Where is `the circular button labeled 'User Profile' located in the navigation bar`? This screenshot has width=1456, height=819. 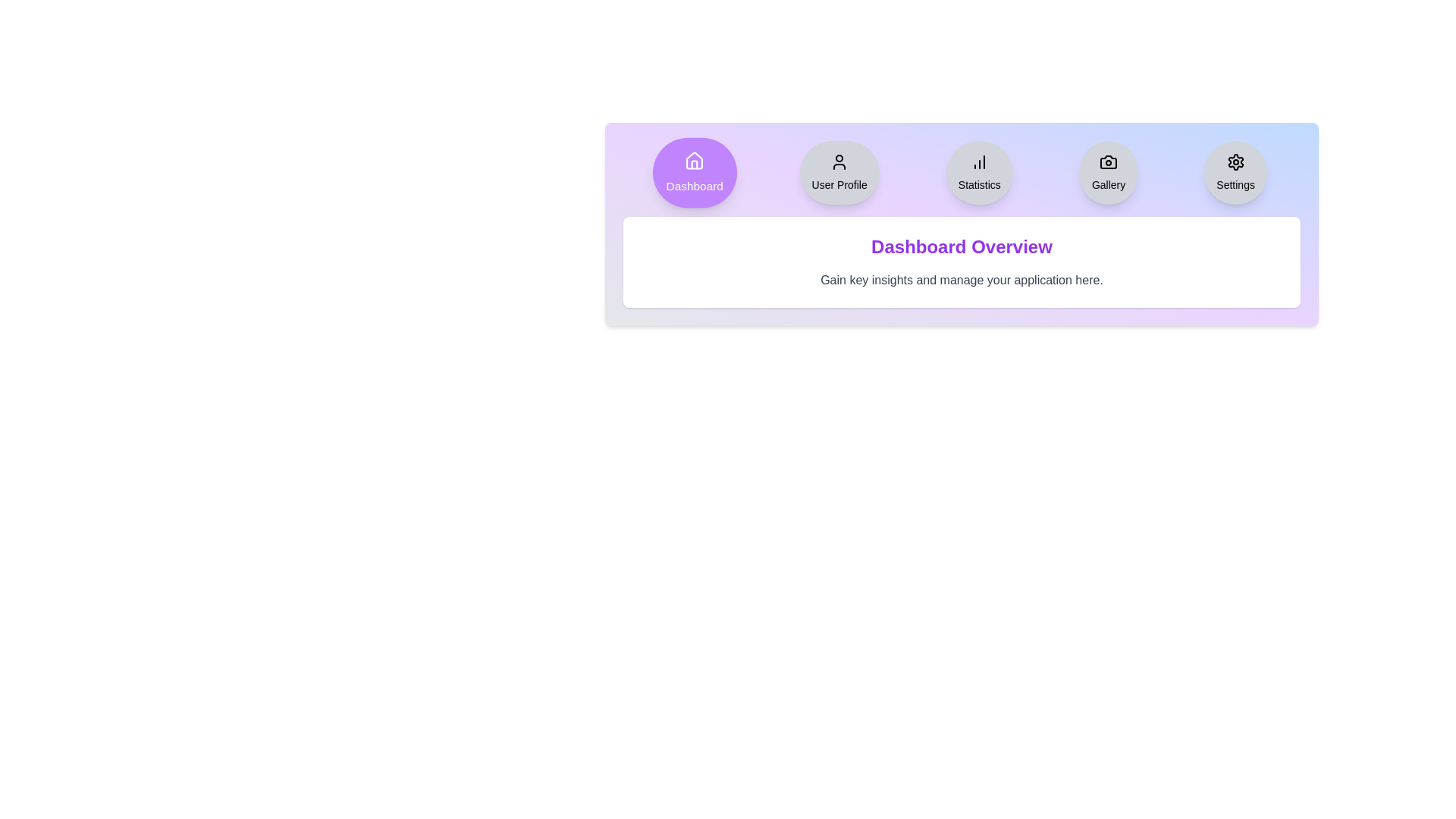
the circular button labeled 'User Profile' located in the navigation bar is located at coordinates (839, 171).